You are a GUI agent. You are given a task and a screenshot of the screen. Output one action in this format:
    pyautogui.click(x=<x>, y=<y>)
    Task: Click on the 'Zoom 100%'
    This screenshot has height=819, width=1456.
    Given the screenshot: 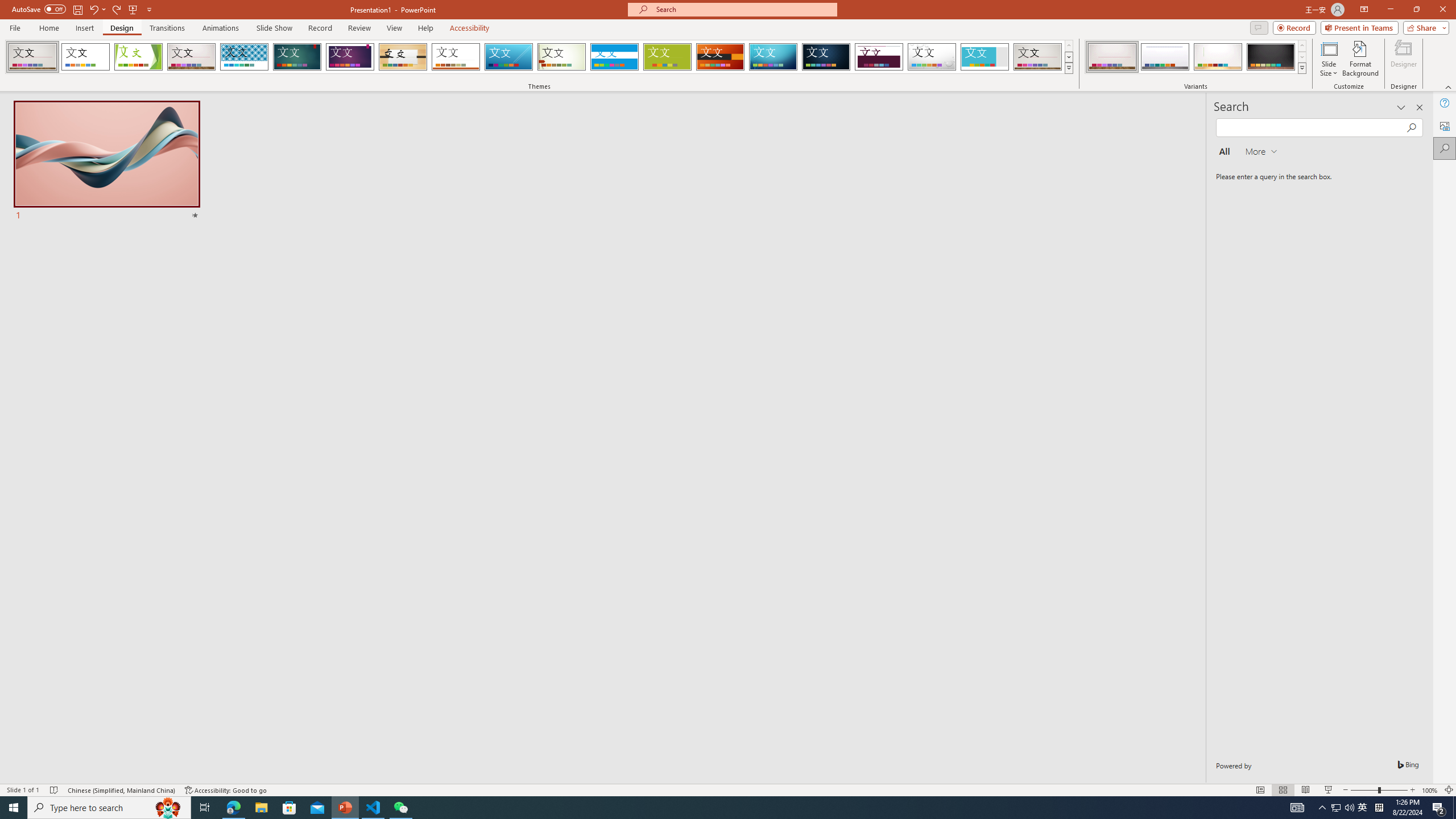 What is the action you would take?
    pyautogui.click(x=1430, y=790)
    